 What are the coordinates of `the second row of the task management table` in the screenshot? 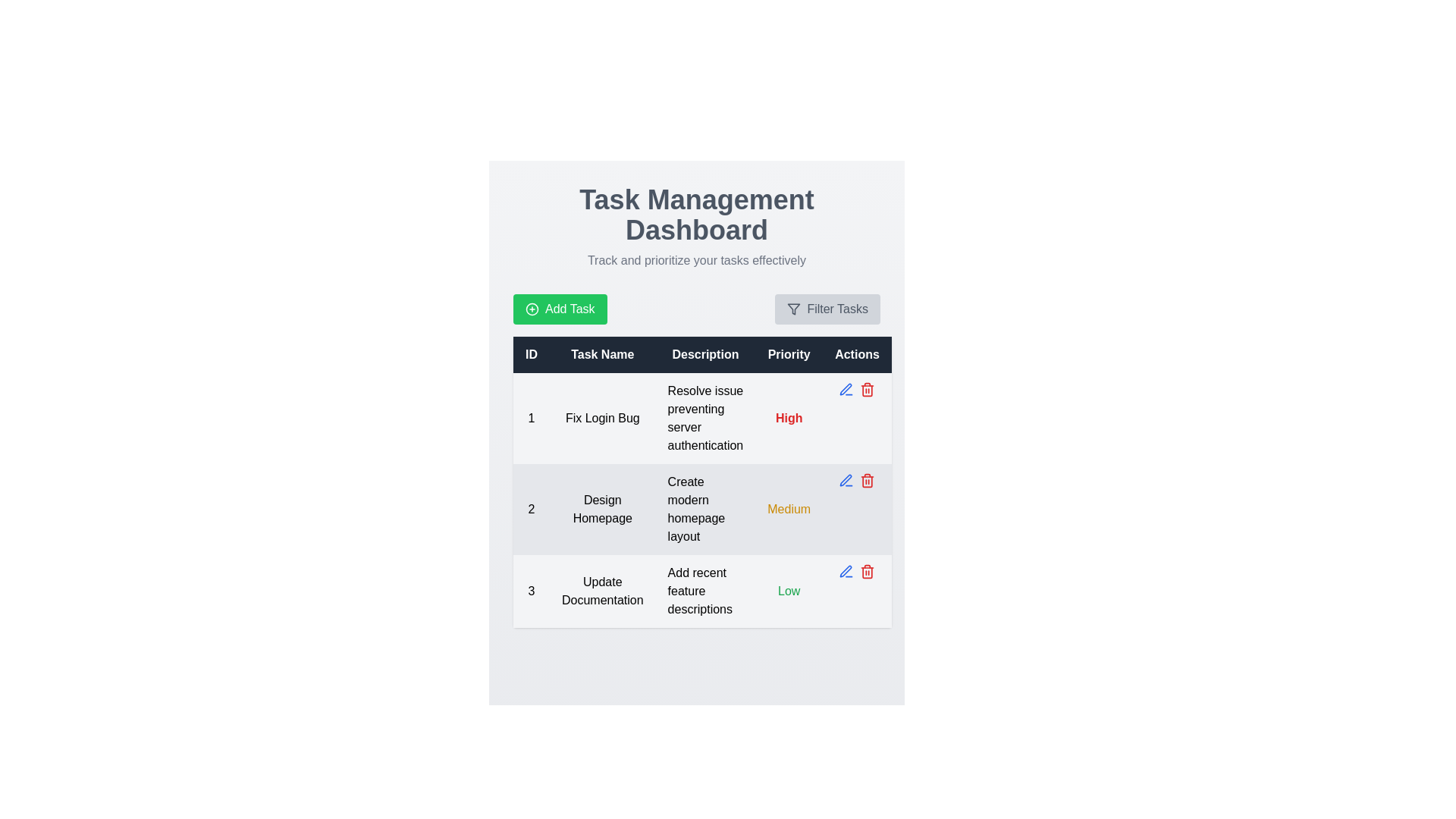 It's located at (701, 509).